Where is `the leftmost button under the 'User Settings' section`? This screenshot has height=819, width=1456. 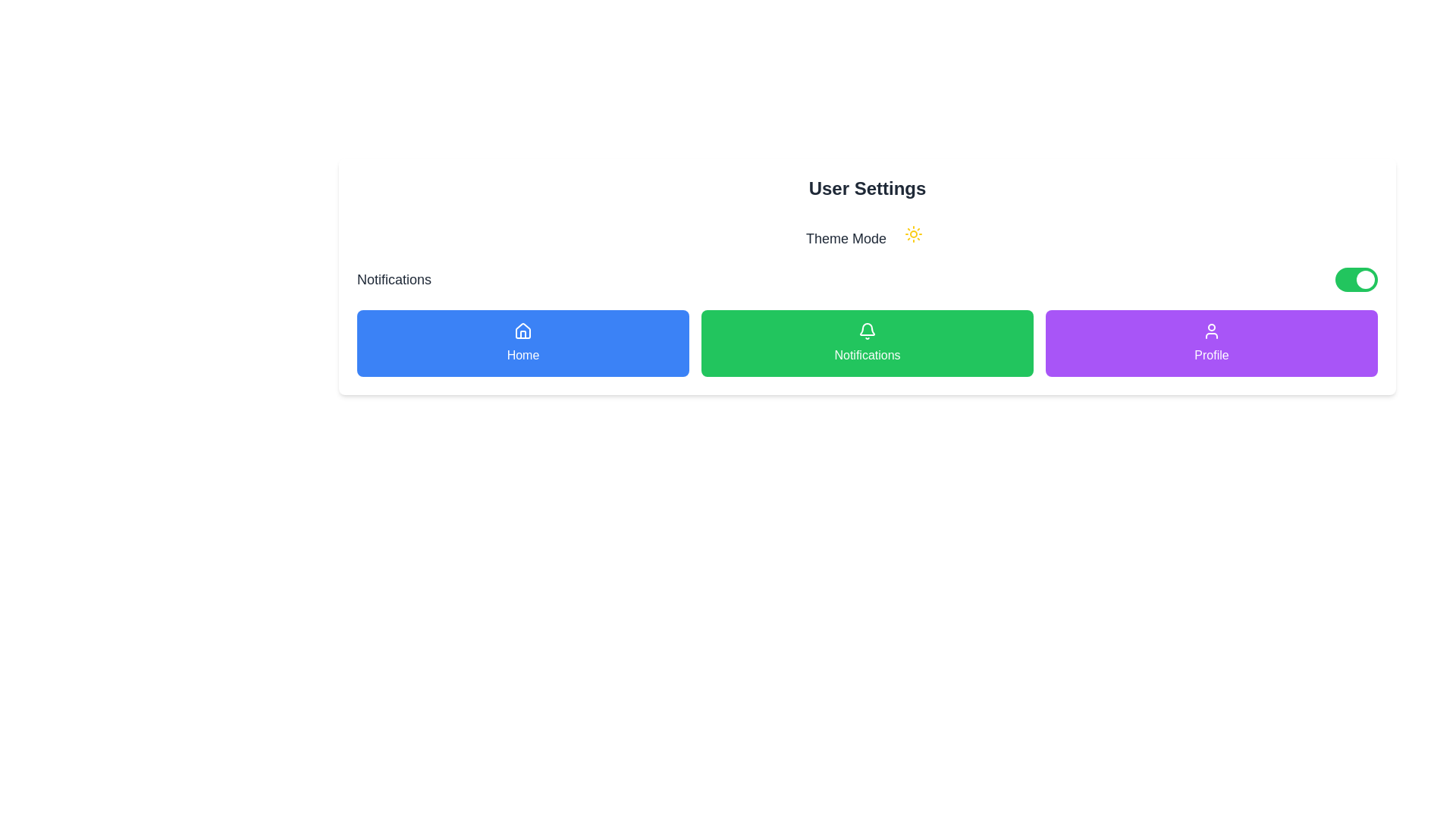 the leftmost button under the 'User Settings' section is located at coordinates (523, 343).